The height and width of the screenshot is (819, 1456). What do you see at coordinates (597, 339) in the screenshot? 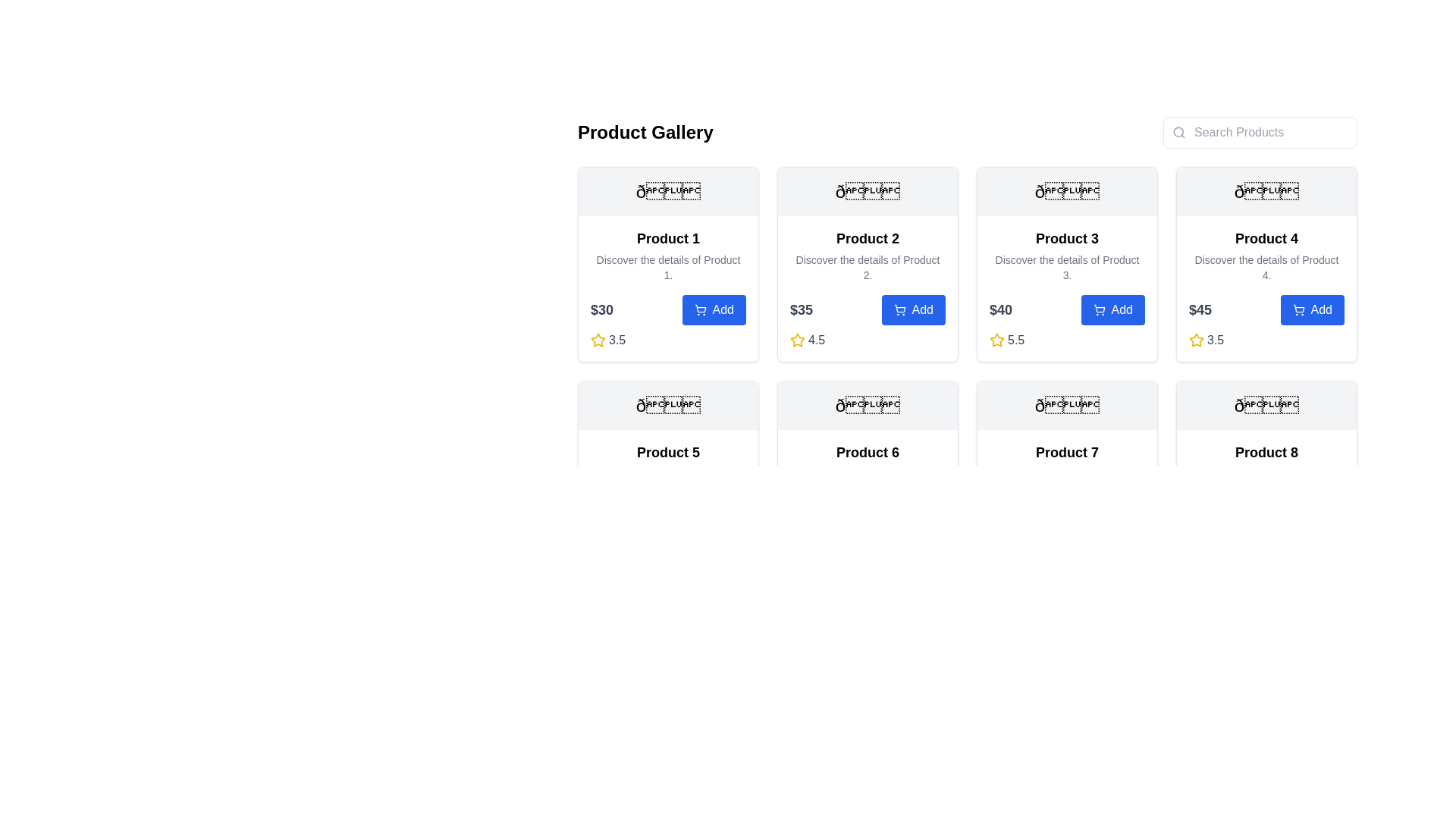
I see `the yellow star-shaped rating icon, which is the first star in the rating indicator below the '$30' price label and the 'Add' button for 'Product 1'` at bounding box center [597, 339].